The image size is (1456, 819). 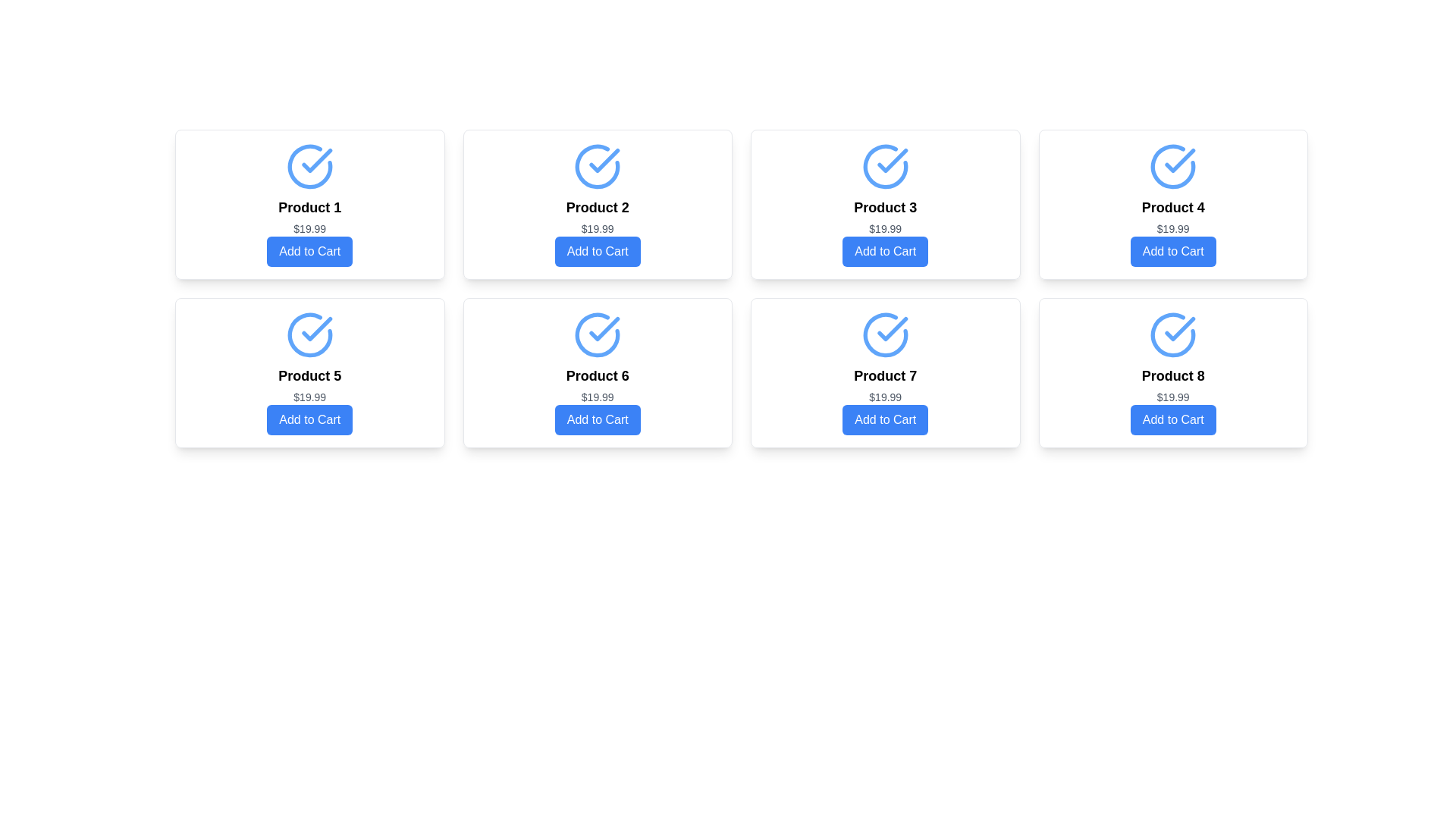 I want to click on the text label displaying the price '$19.99' located below the product title for 'Product 1' and above the 'Add to Cart' button, so click(x=309, y=228).